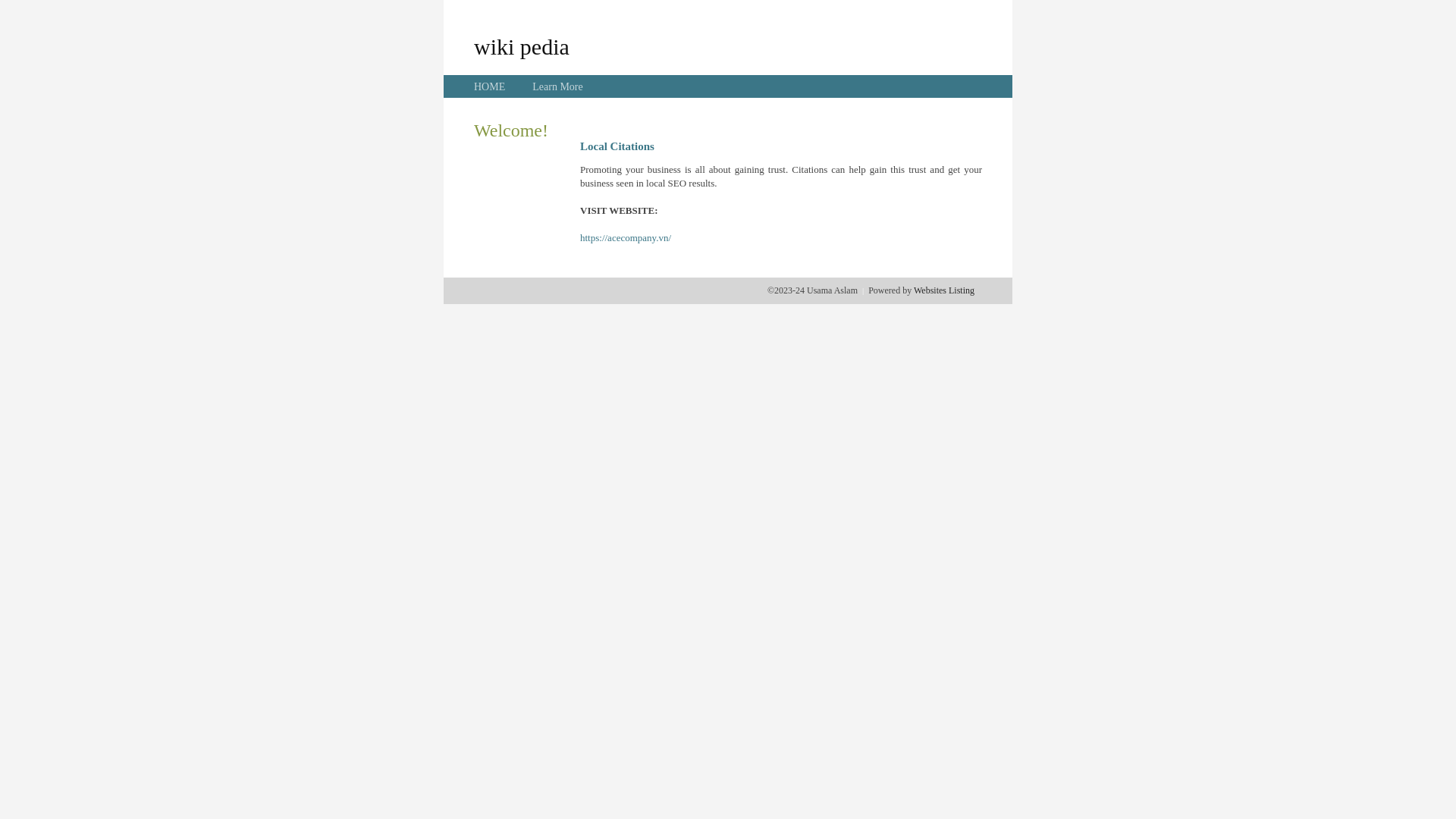 This screenshot has width=1456, height=819. I want to click on 'Websites Listing', so click(943, 290).